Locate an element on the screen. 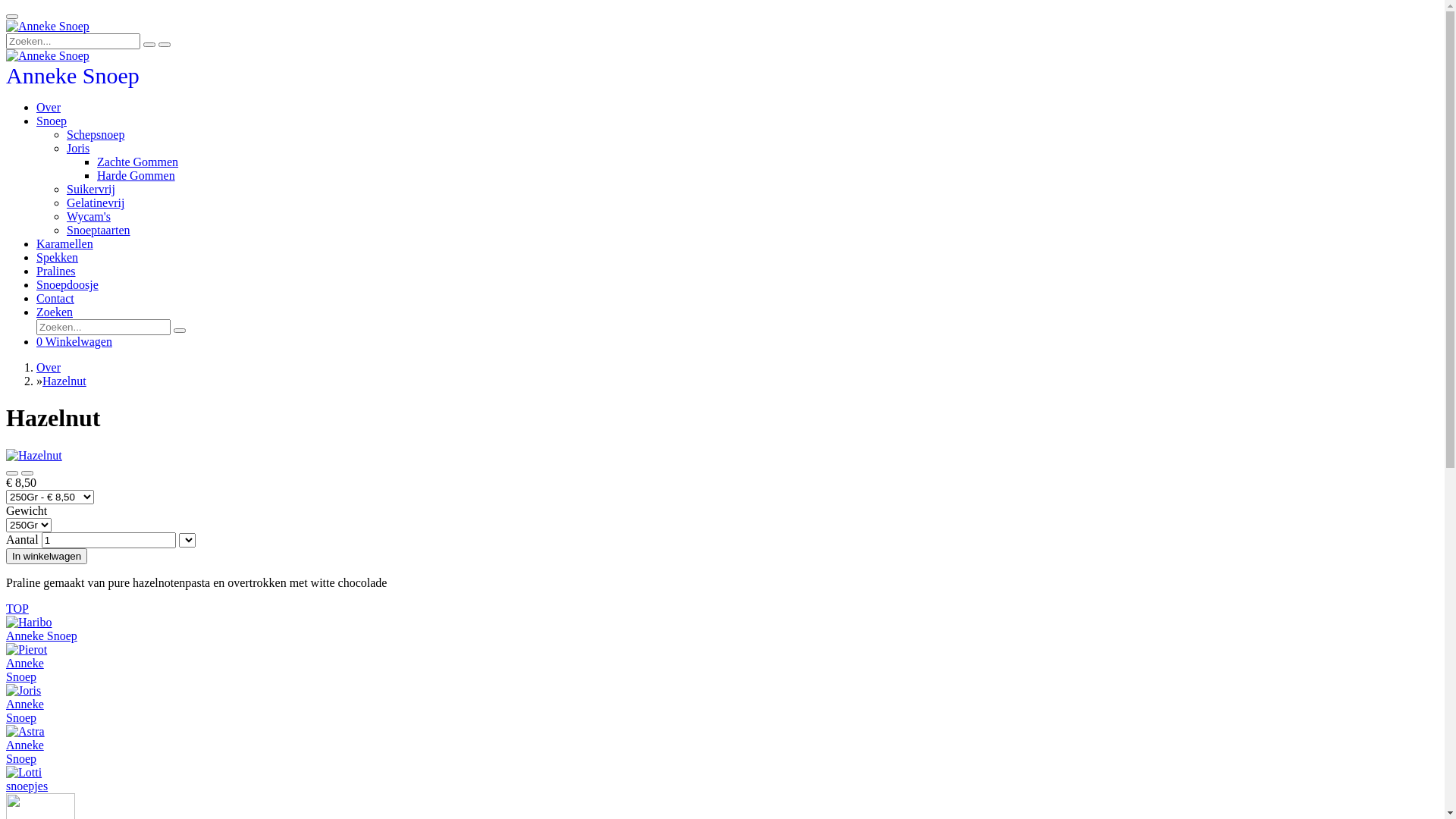 The image size is (1456, 819). 'Snoepdoosje' is located at coordinates (67, 284).